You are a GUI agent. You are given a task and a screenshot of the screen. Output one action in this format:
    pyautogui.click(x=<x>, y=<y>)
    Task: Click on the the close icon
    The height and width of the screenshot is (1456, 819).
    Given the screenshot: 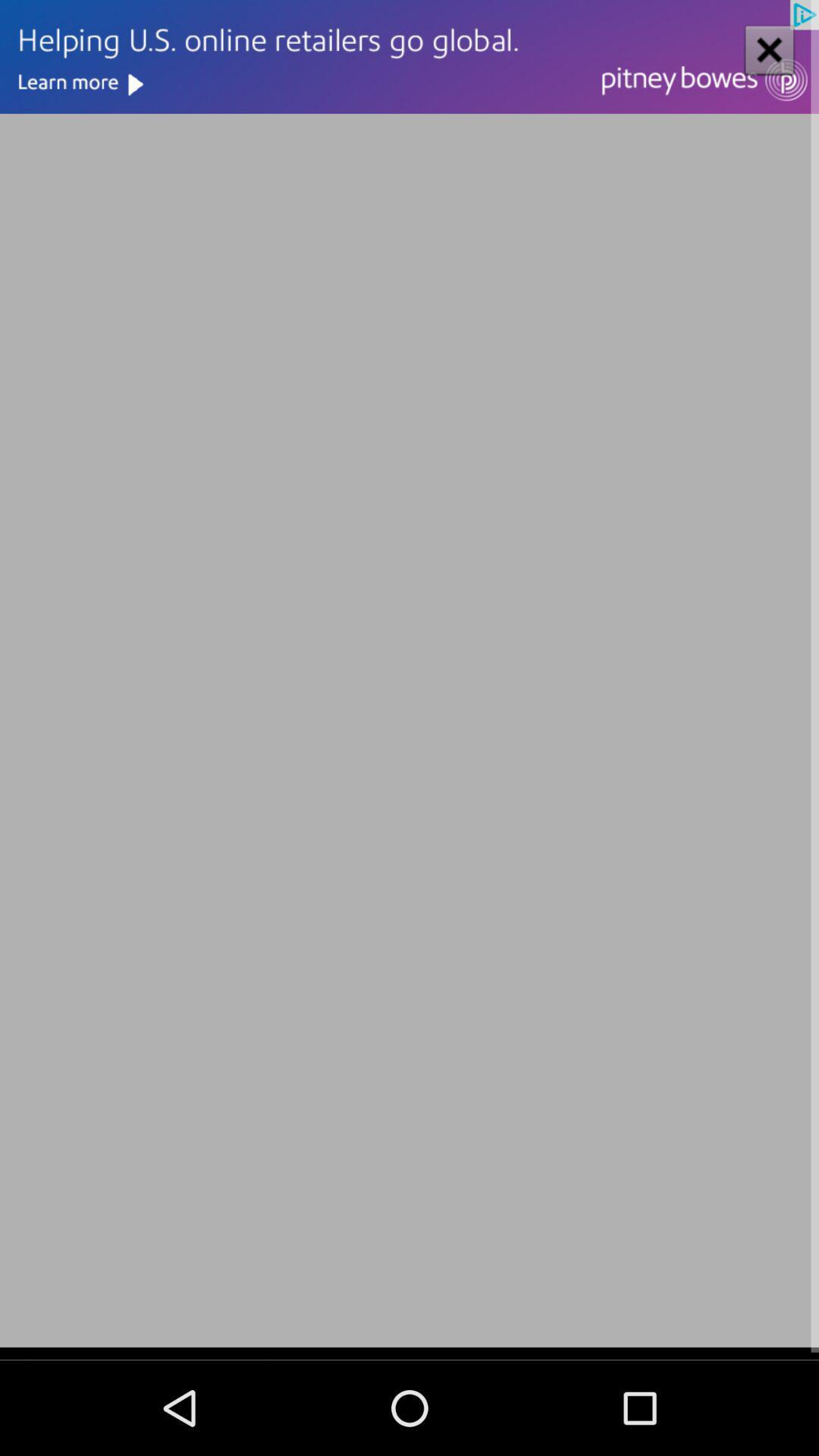 What is the action you would take?
    pyautogui.click(x=769, y=53)
    